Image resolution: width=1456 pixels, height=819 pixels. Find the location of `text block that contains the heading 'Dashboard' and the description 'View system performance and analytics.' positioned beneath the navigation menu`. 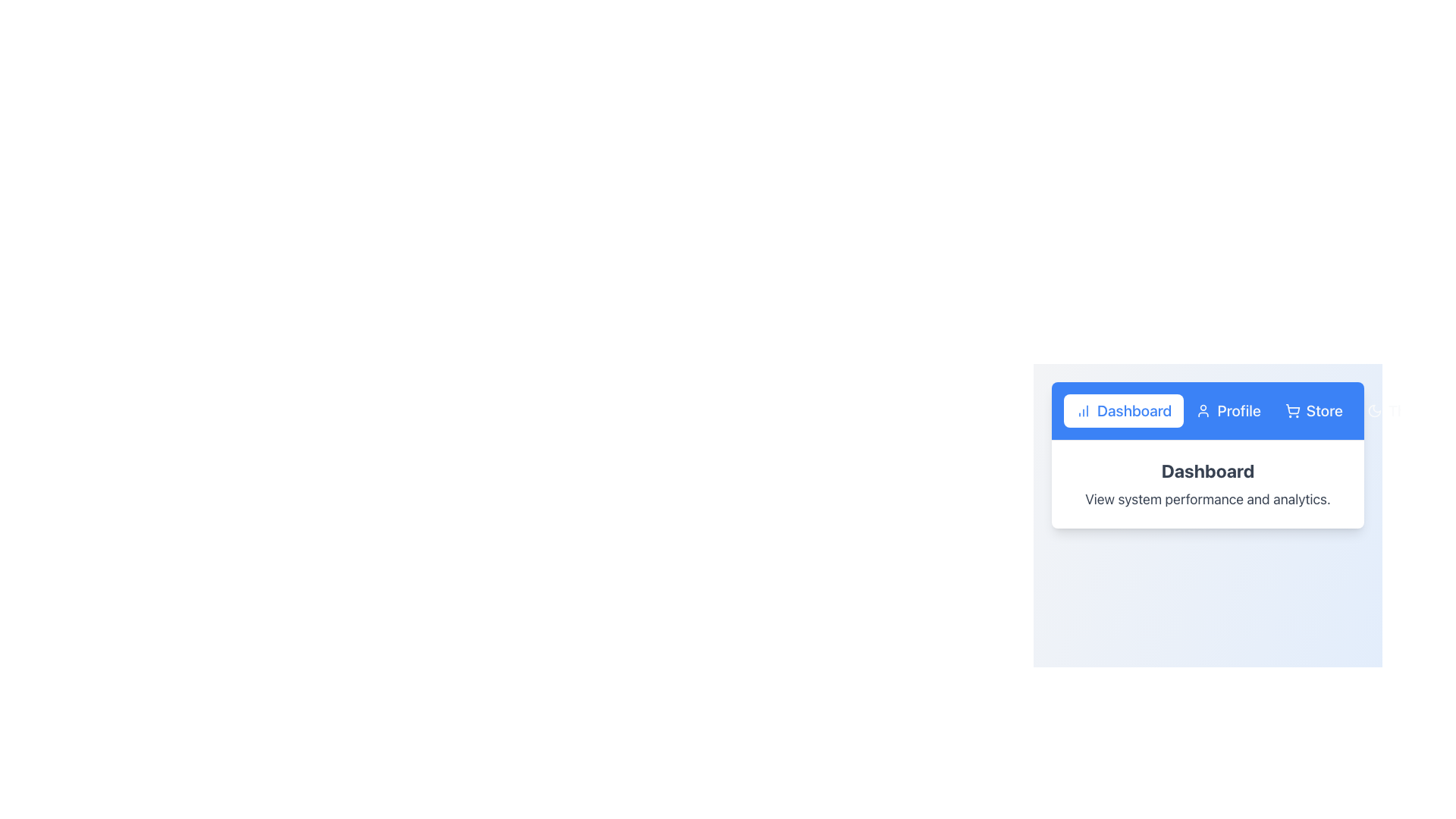

text block that contains the heading 'Dashboard' and the description 'View system performance and analytics.' positioned beneath the navigation menu is located at coordinates (1207, 485).